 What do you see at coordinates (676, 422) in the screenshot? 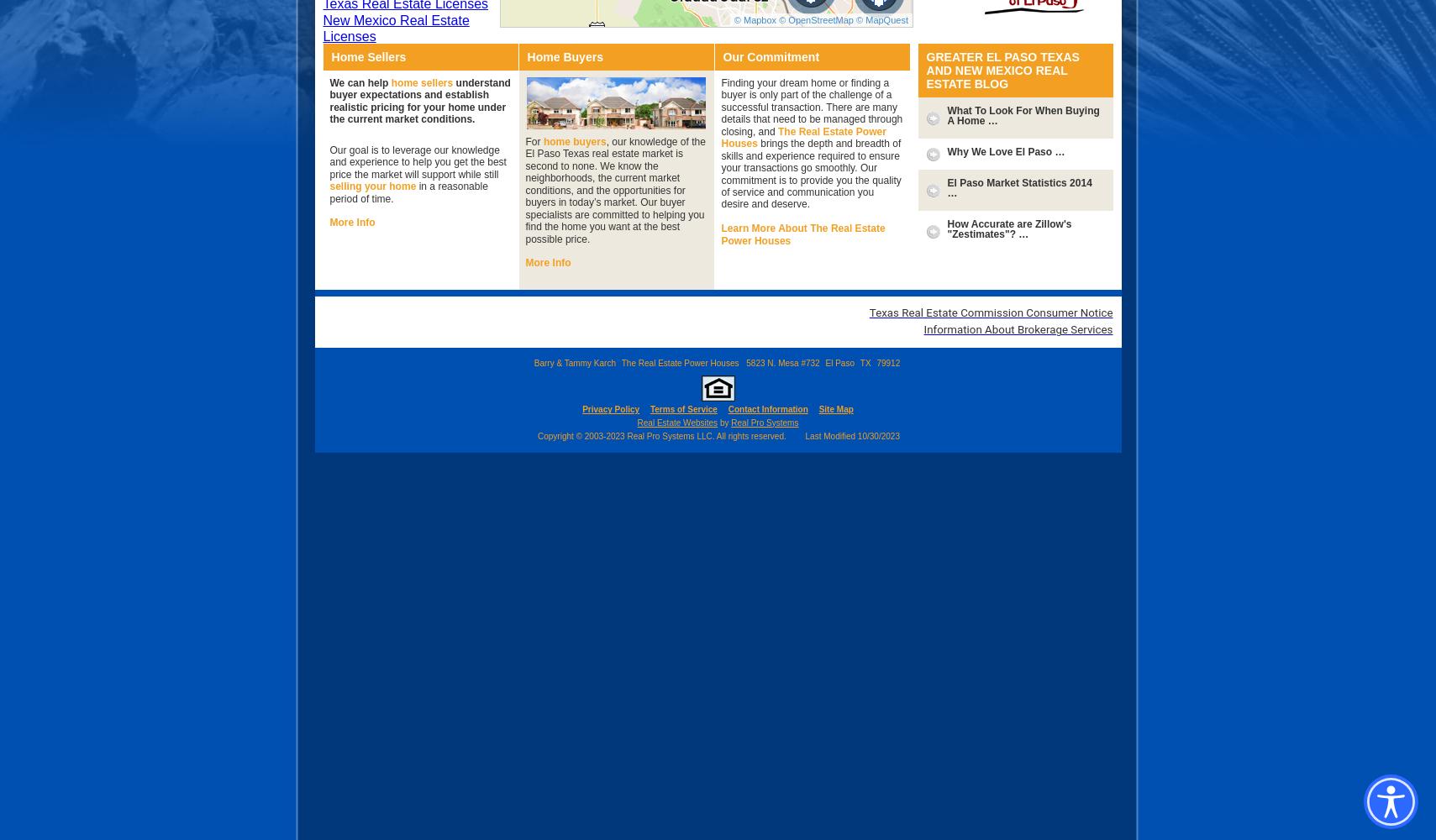
I see `'Real Estate Websites'` at bounding box center [676, 422].